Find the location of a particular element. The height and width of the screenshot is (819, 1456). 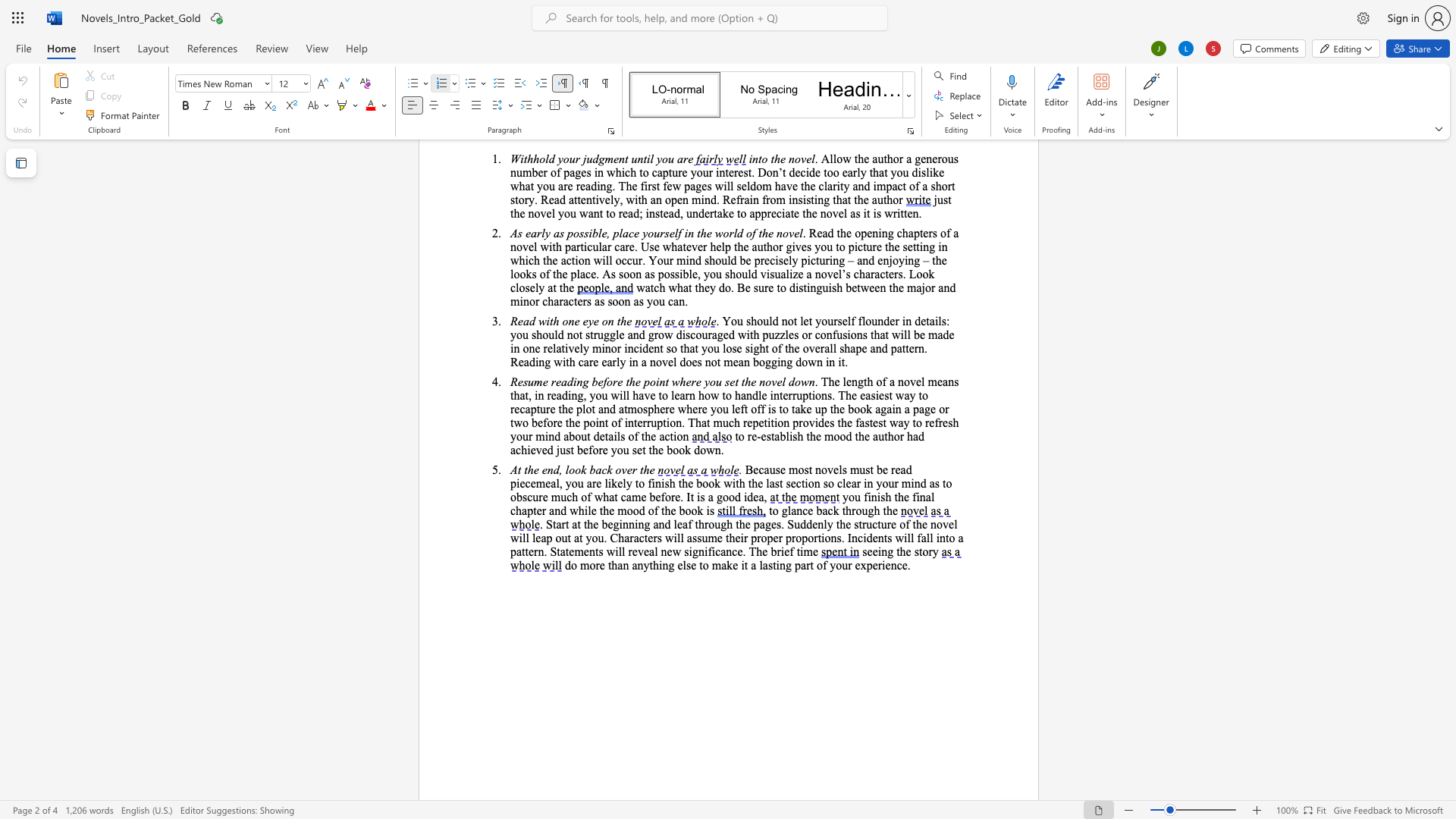

the 1th character "e" in the text is located at coordinates (593, 510).